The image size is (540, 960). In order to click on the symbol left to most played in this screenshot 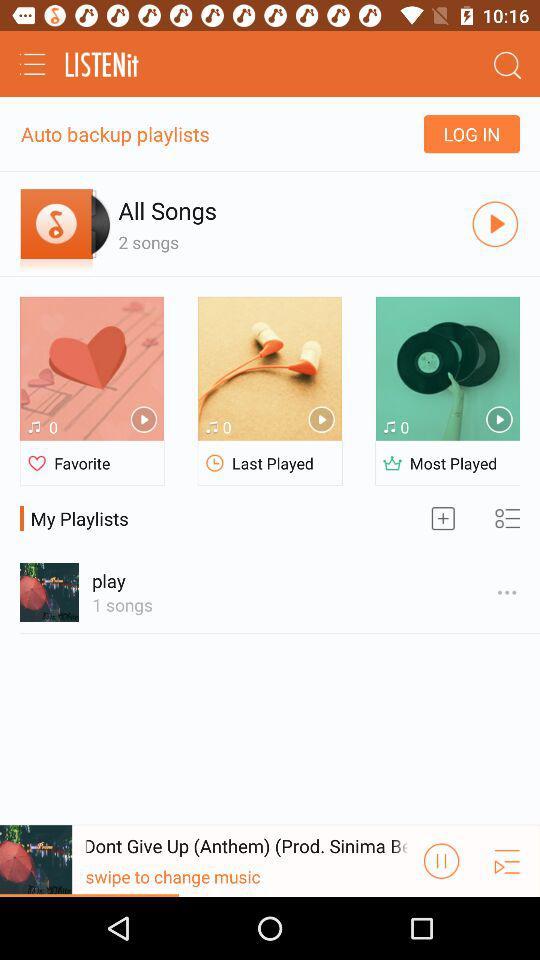, I will do `click(392, 463)`.